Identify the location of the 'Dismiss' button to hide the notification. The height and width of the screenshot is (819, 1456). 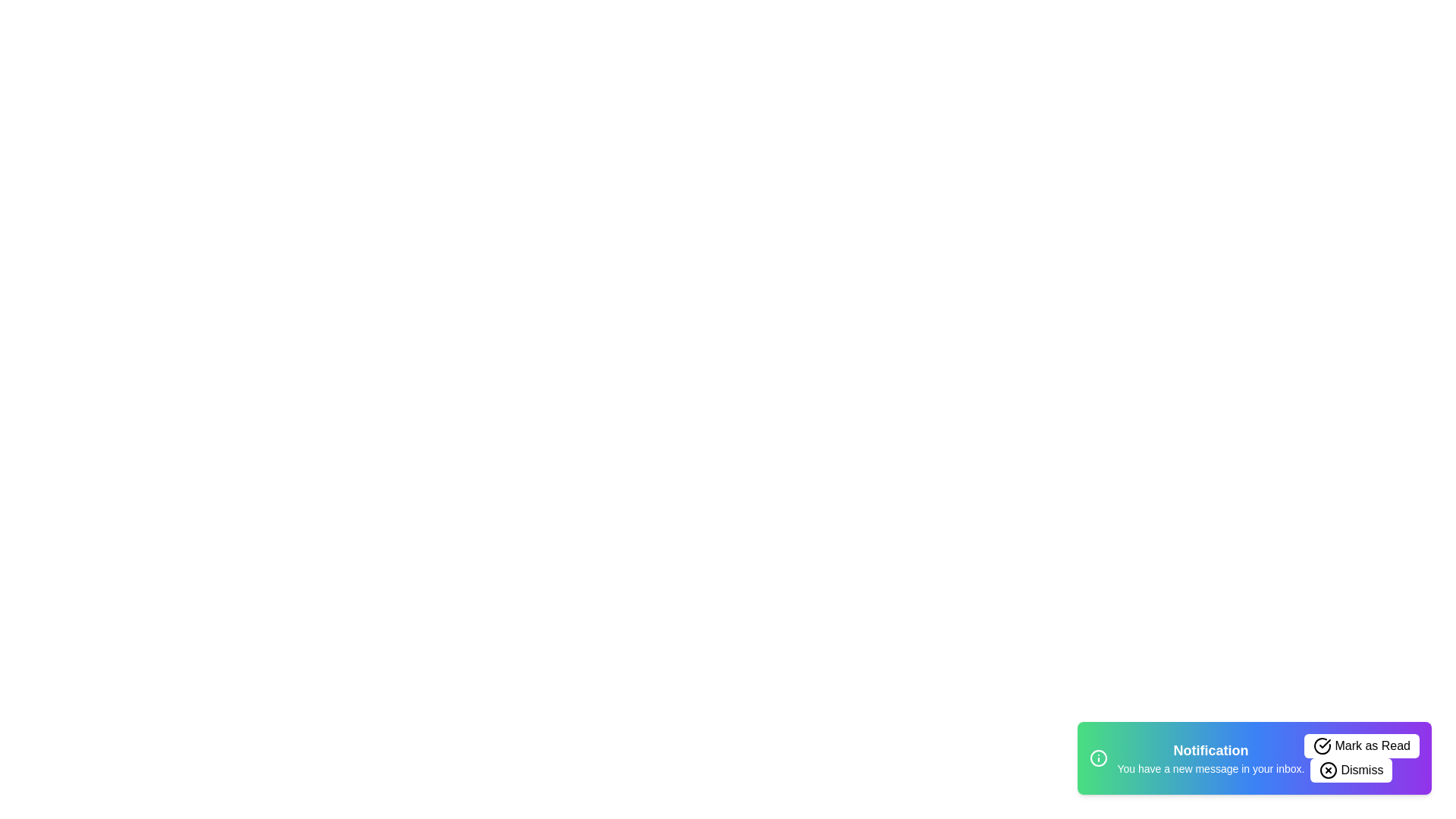
(1351, 770).